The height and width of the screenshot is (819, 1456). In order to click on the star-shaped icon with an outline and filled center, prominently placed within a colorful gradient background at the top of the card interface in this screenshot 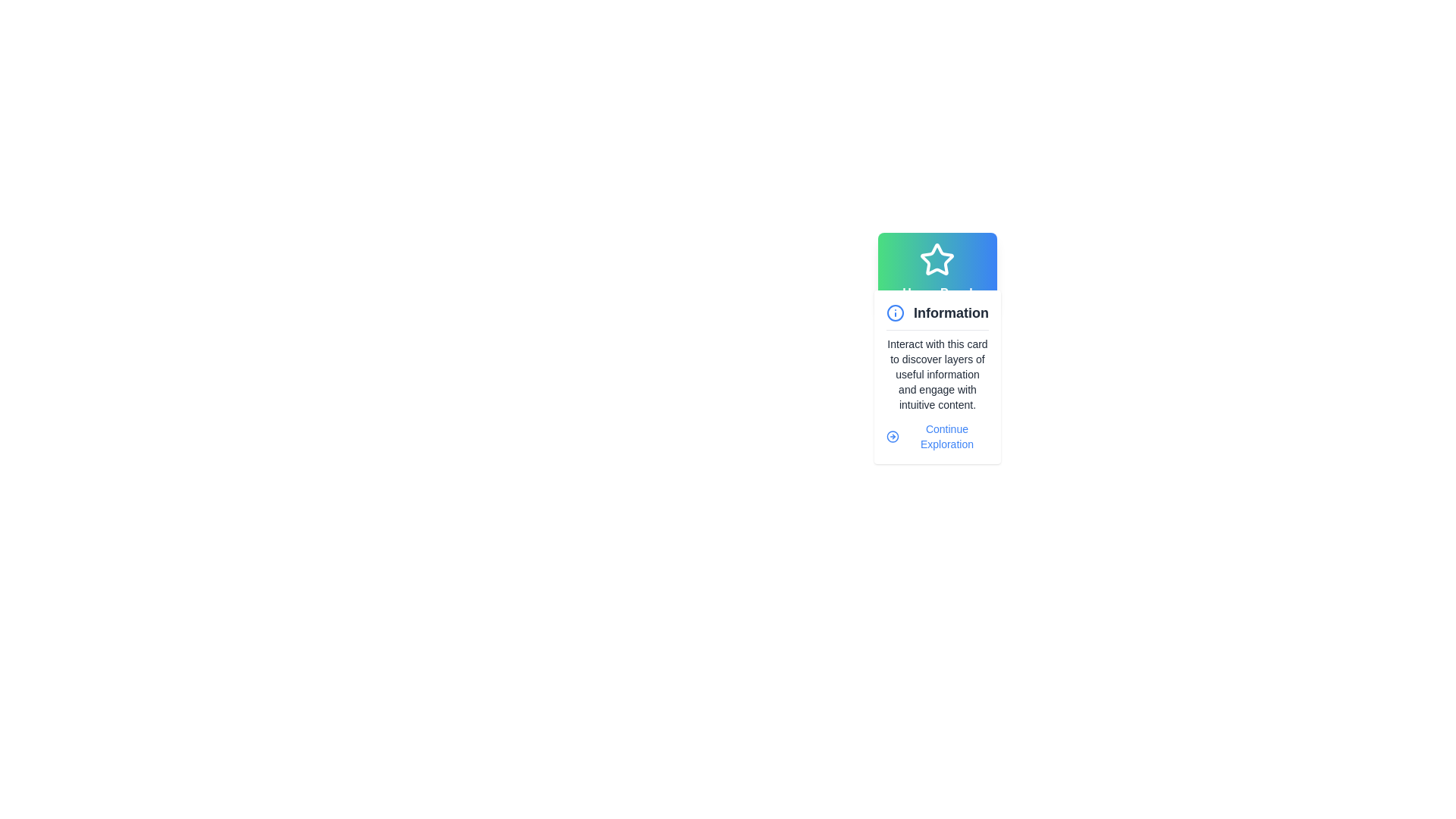, I will do `click(937, 259)`.